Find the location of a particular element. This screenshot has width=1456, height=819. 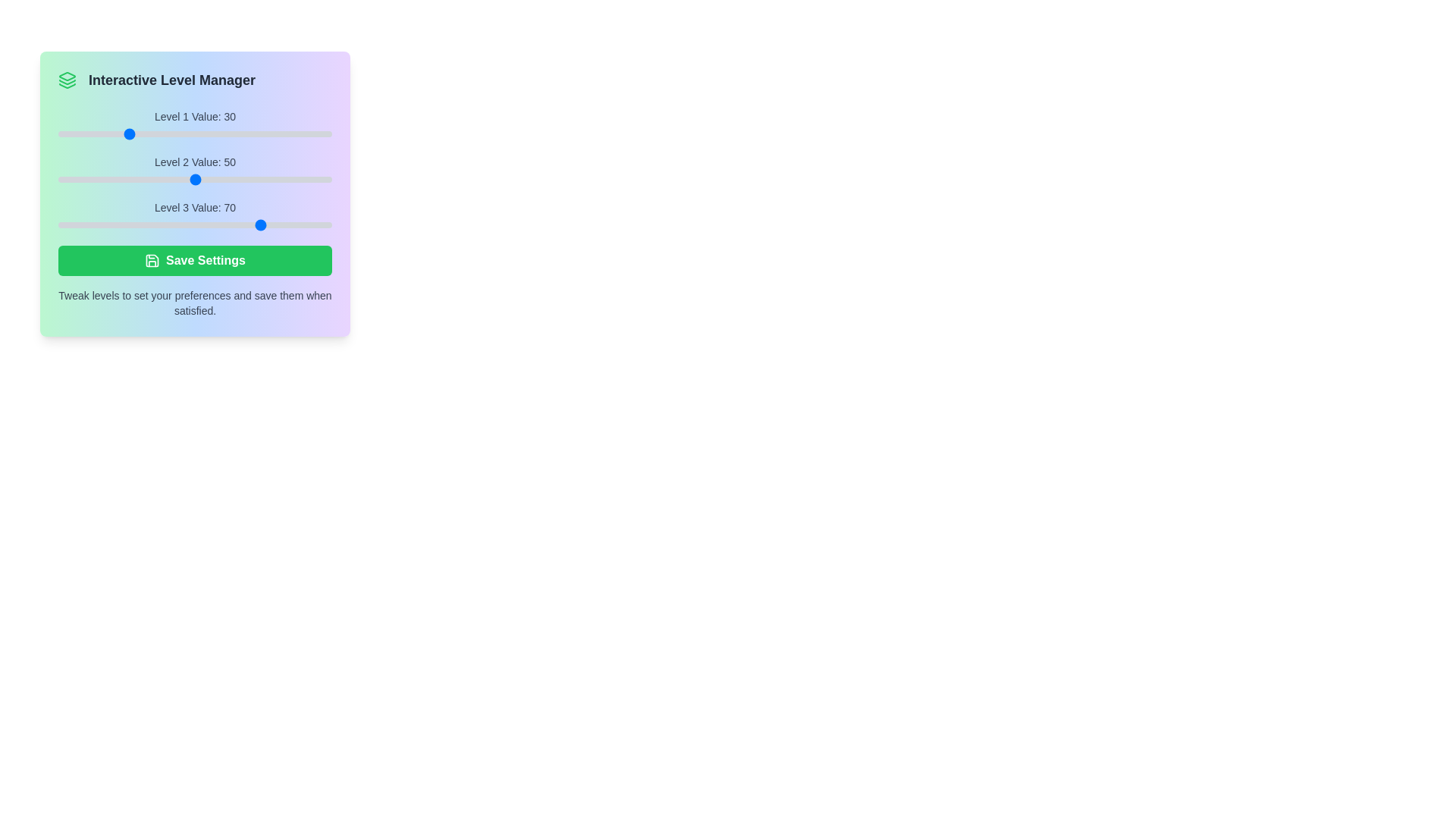

the slider value is located at coordinates (147, 178).